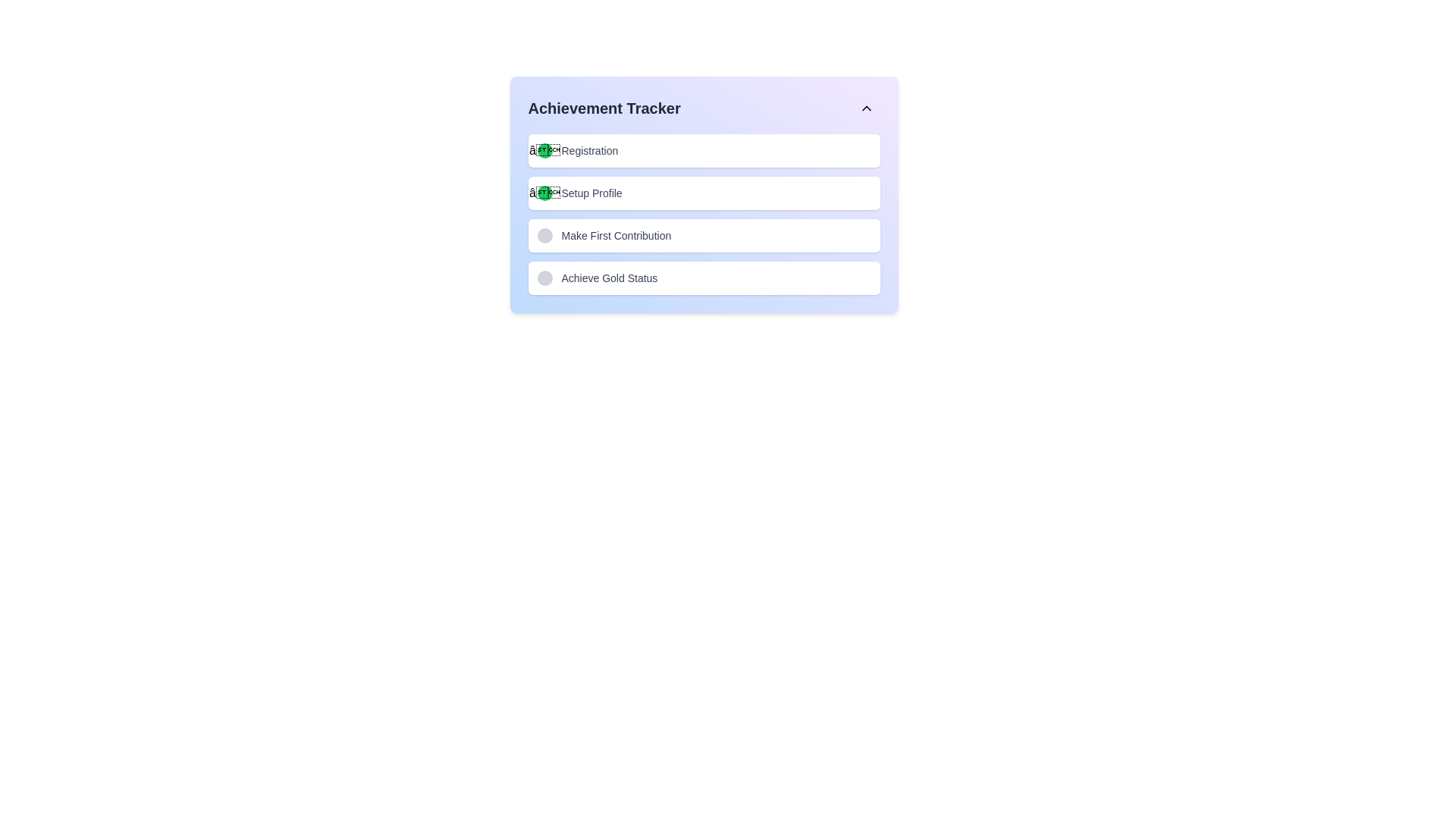 This screenshot has width=1456, height=819. What do you see at coordinates (544, 192) in the screenshot?
I see `the status represented by the Indicator Icon located to the left of the 'Setup Profile' text in the 'Achievement Tracker' section` at bounding box center [544, 192].